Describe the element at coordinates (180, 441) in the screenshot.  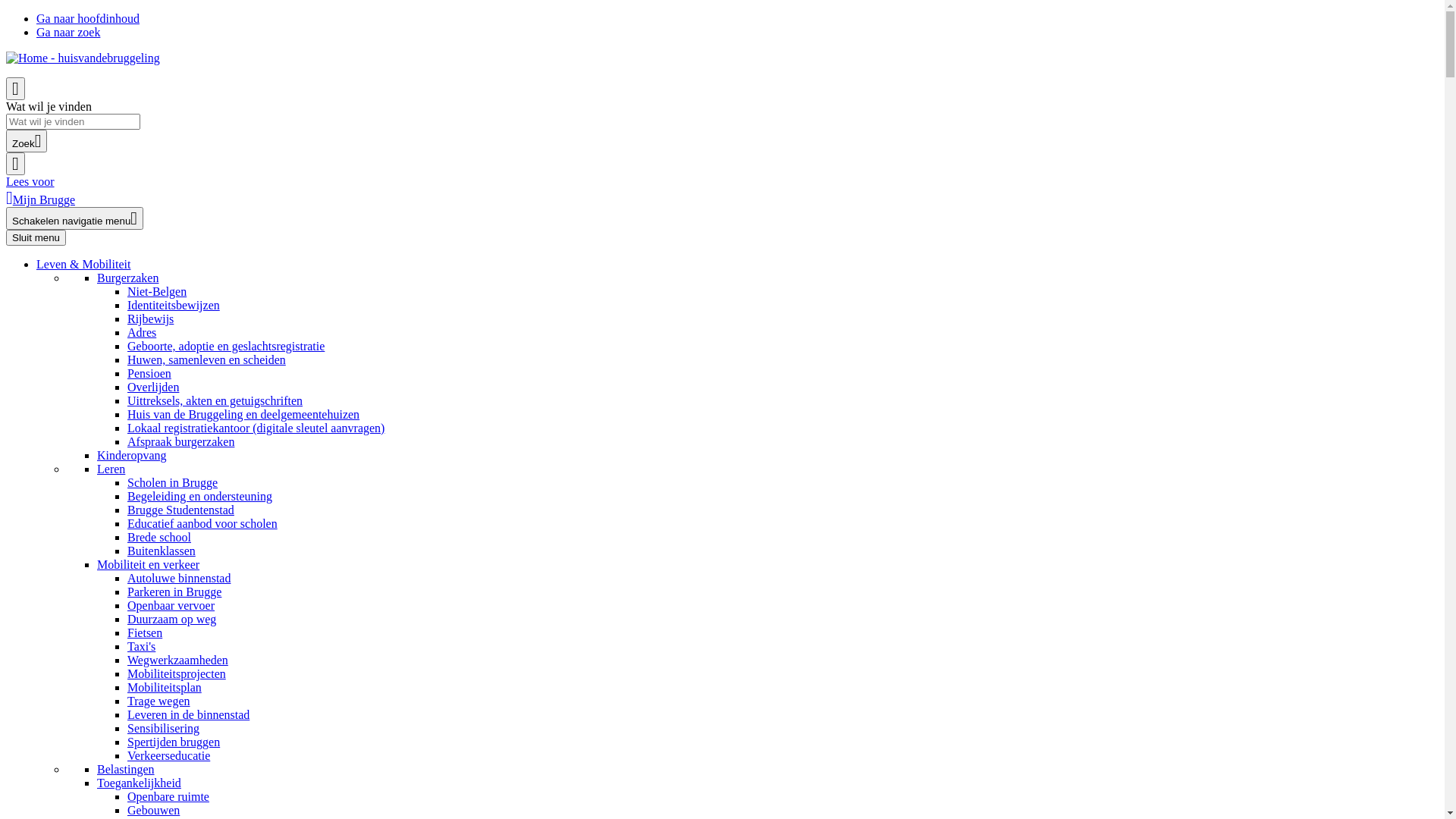
I see `'Afspraak burgerzaken'` at that location.